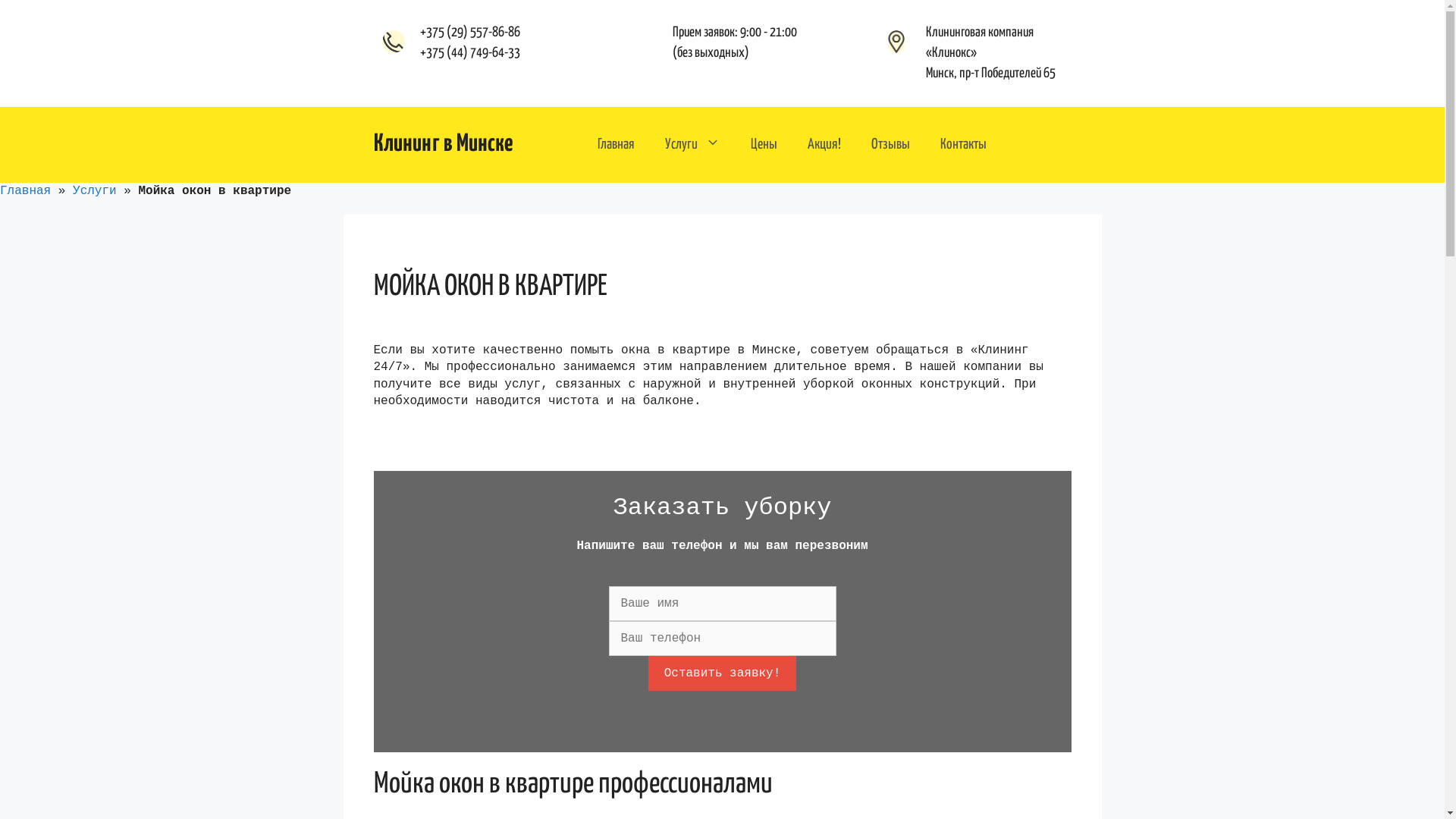 This screenshot has width=1456, height=819. Describe the element at coordinates (469, 52) in the screenshot. I see `'+375 (44) 749-64-33'` at that location.